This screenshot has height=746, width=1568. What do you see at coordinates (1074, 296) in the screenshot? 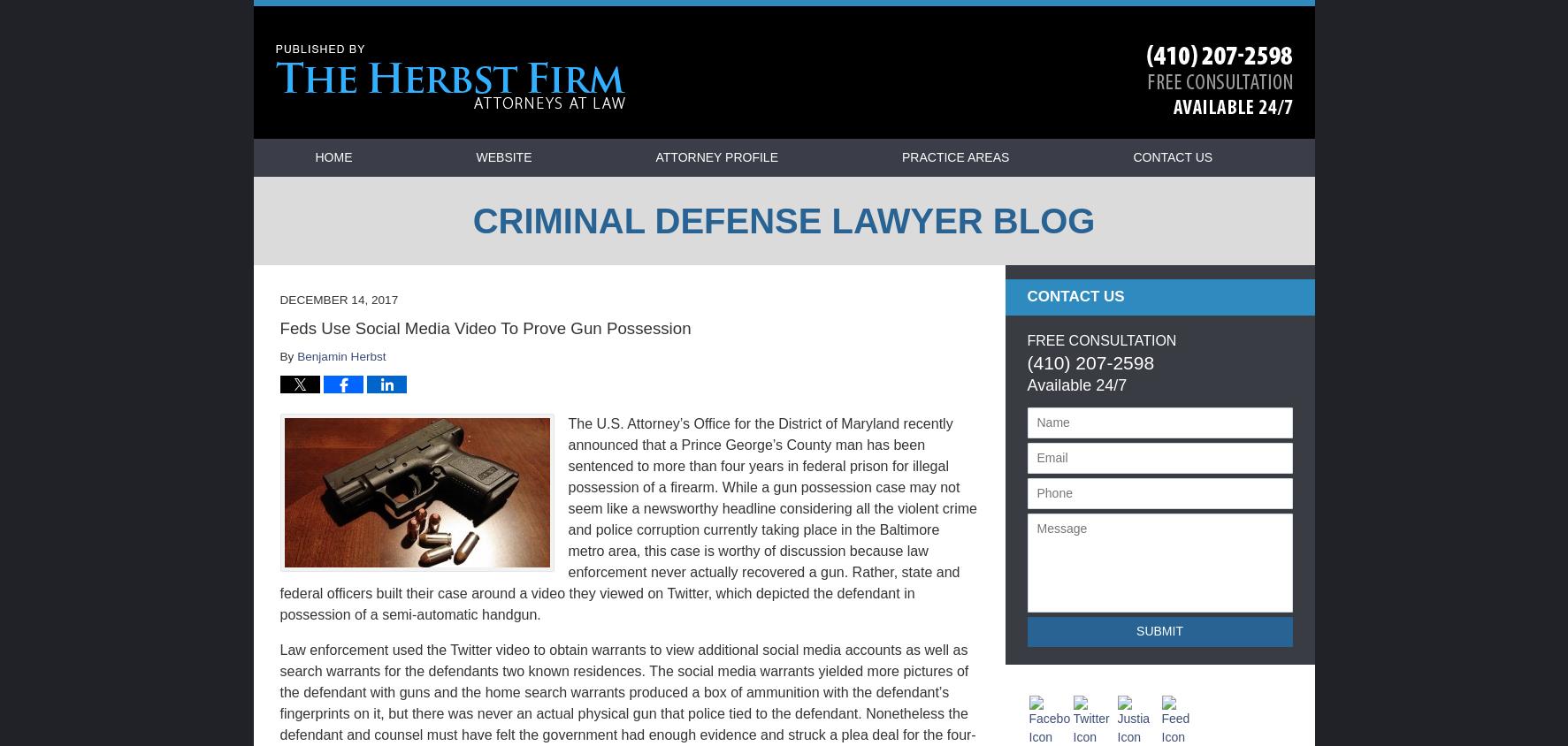
I see `'Contact Us'` at bounding box center [1074, 296].